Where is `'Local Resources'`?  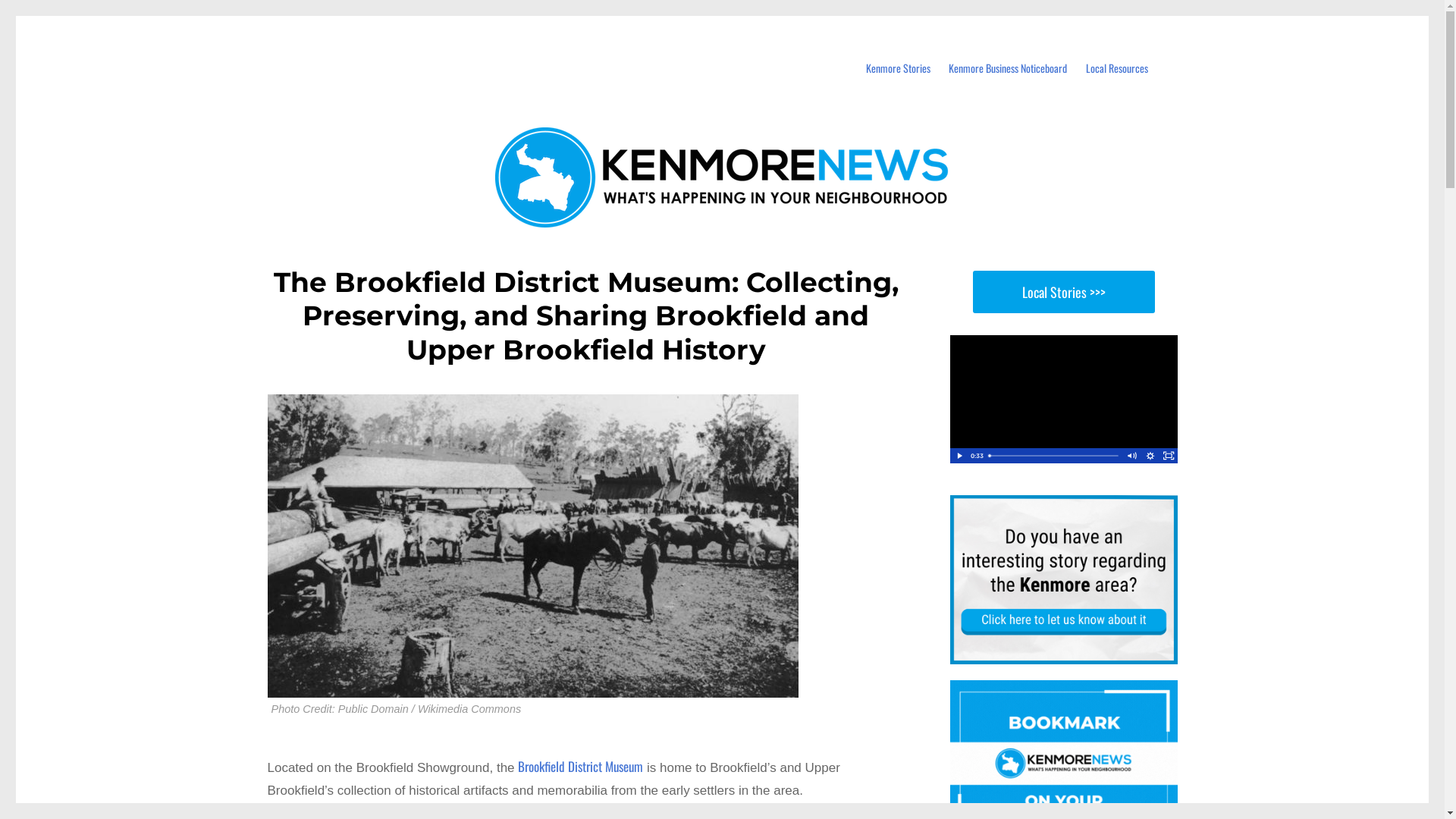
'Local Resources' is located at coordinates (1116, 68).